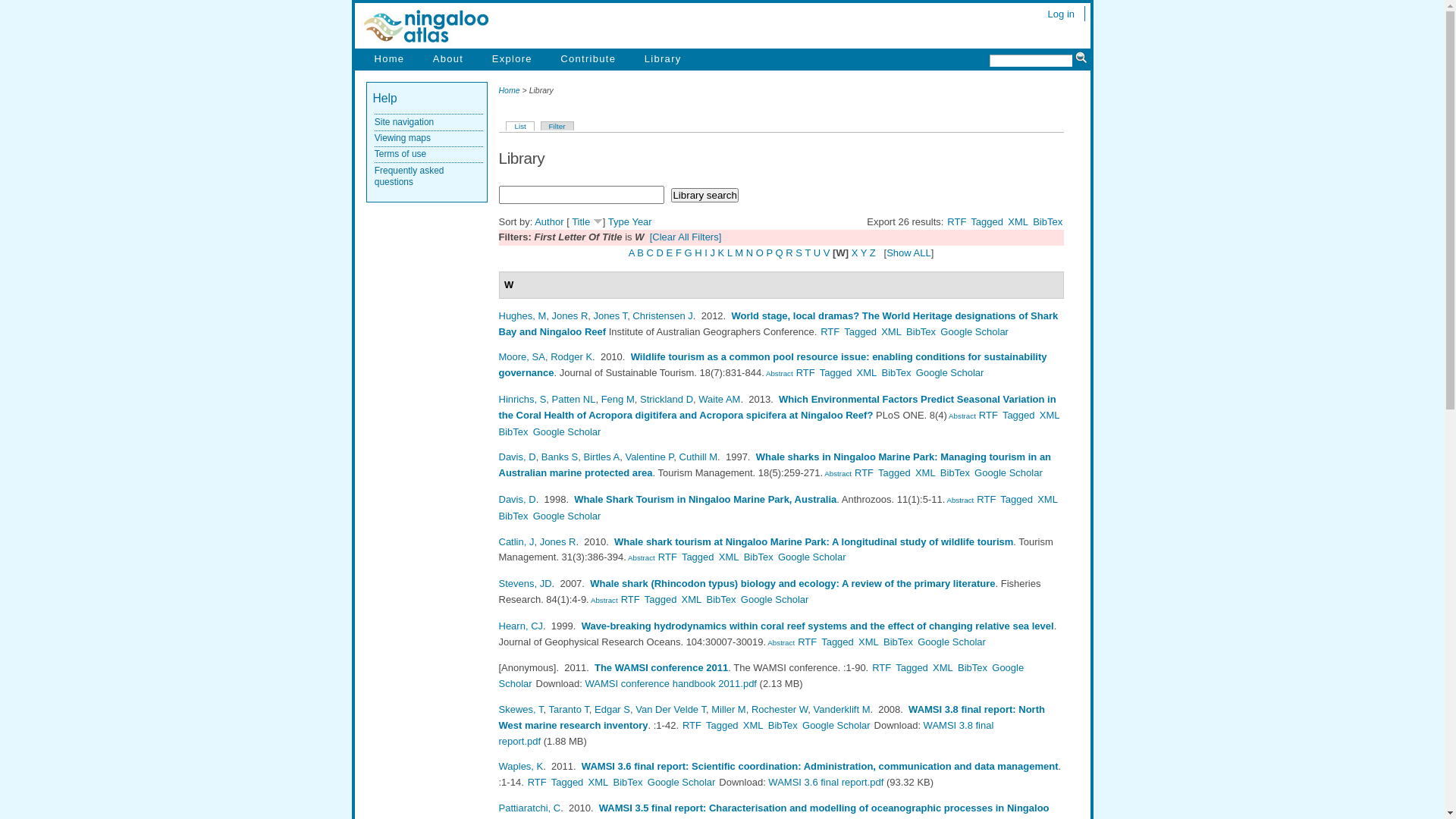 The width and height of the screenshot is (1456, 819). I want to click on 'Contribute', so click(587, 58).